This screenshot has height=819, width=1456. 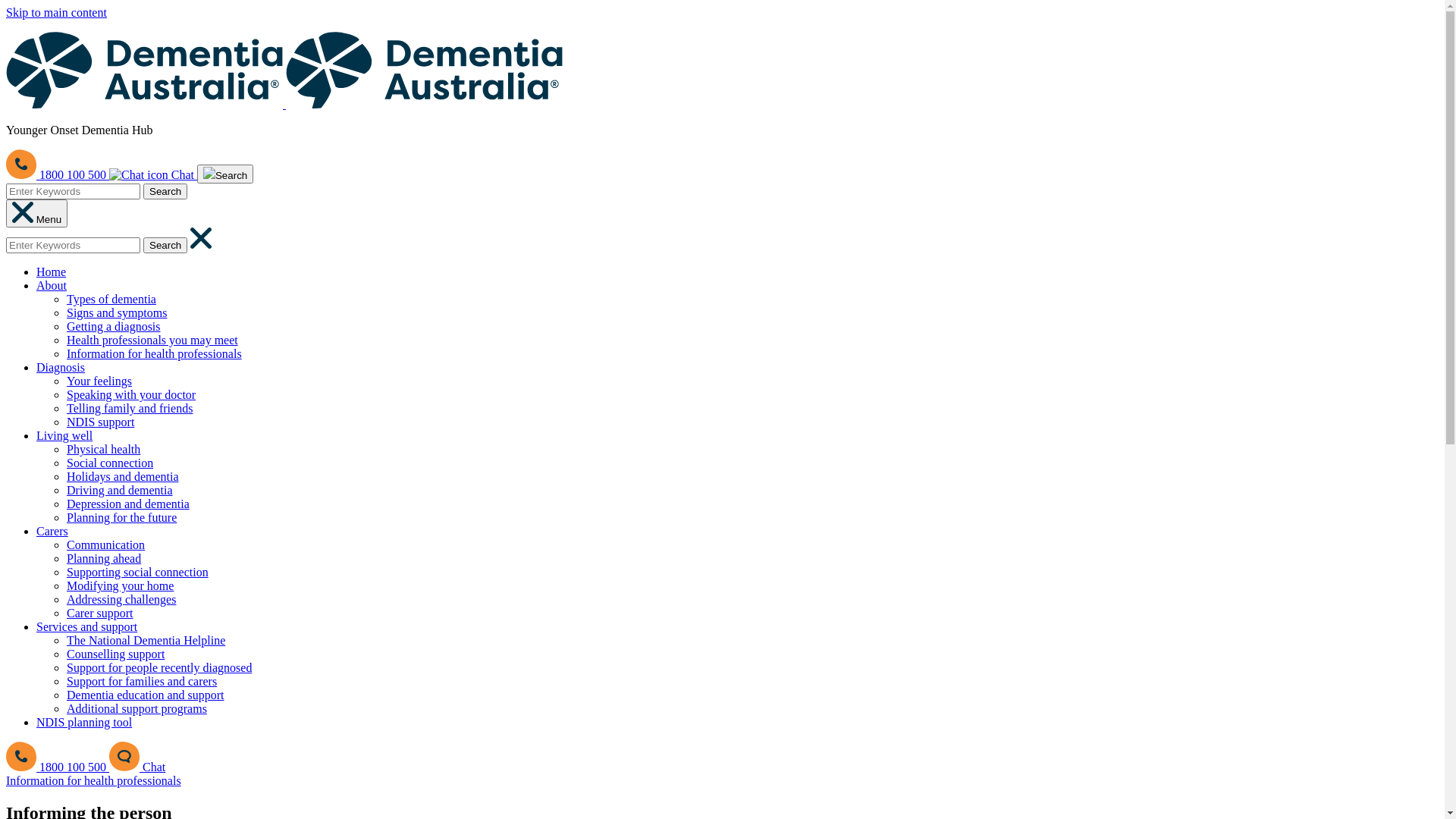 What do you see at coordinates (93, 780) in the screenshot?
I see `'Information for health professionals'` at bounding box center [93, 780].